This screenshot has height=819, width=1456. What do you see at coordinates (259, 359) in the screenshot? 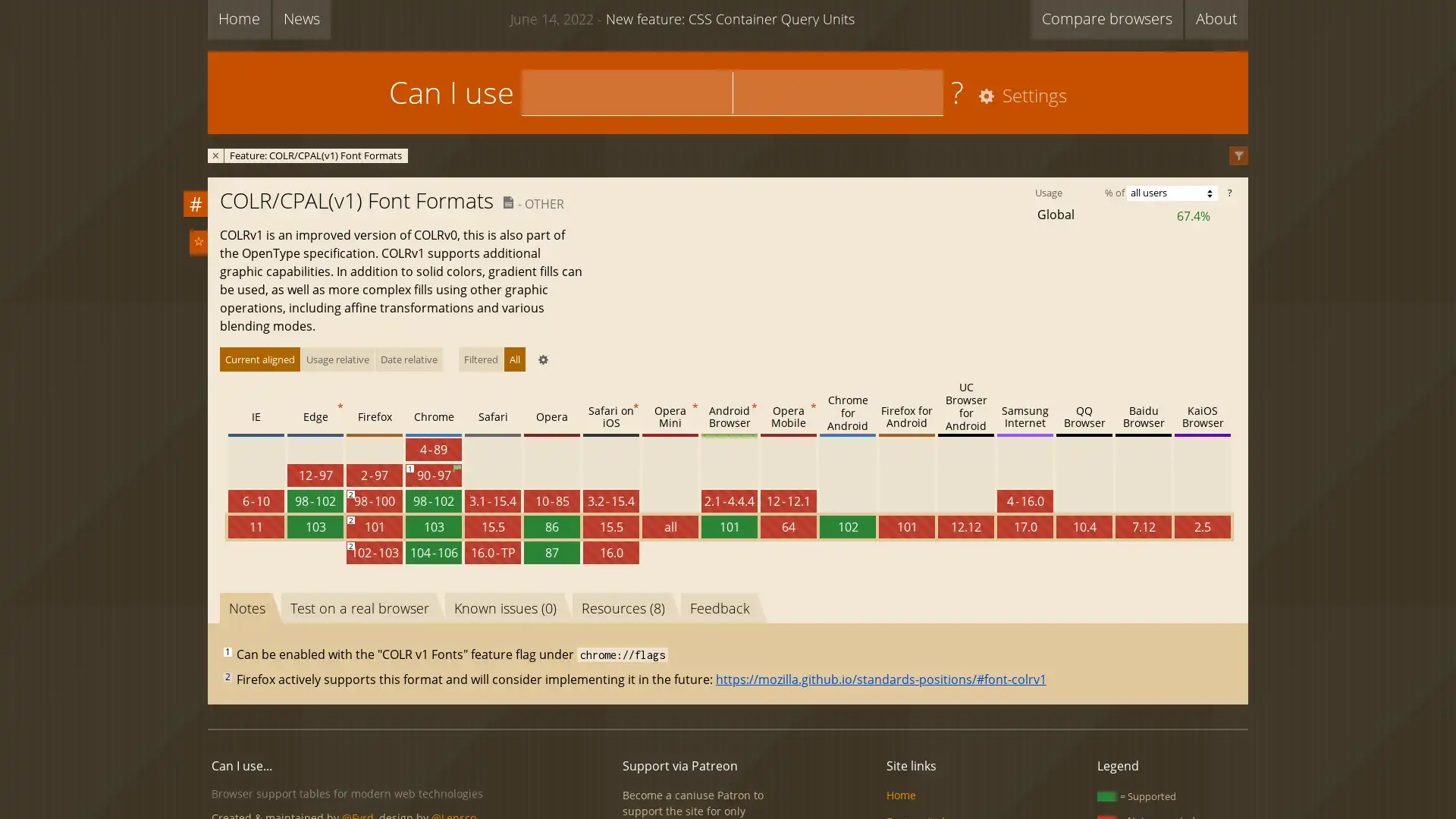
I see `Current aligned` at bounding box center [259, 359].